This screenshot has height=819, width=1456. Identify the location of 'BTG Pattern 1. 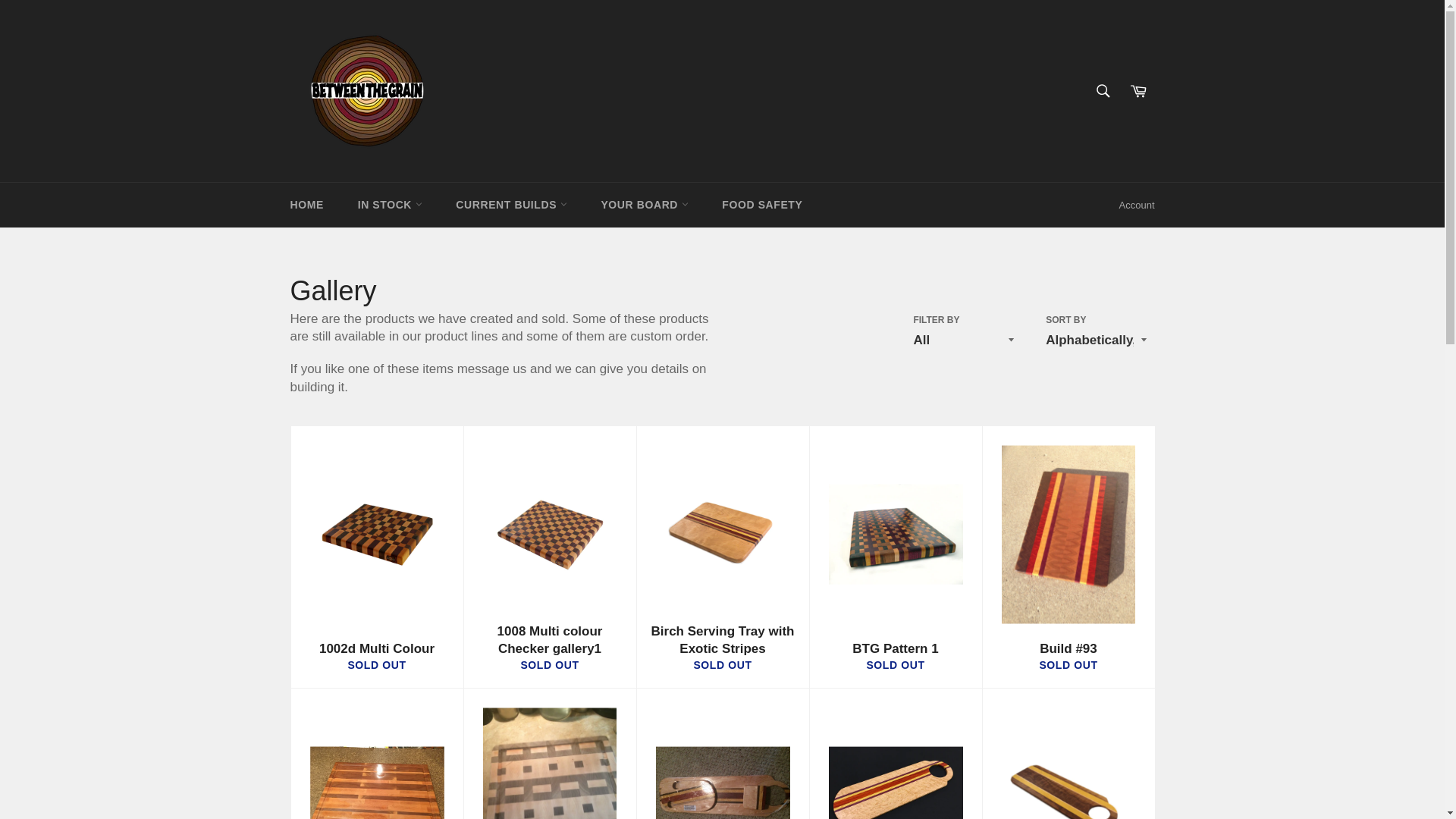
(895, 557).